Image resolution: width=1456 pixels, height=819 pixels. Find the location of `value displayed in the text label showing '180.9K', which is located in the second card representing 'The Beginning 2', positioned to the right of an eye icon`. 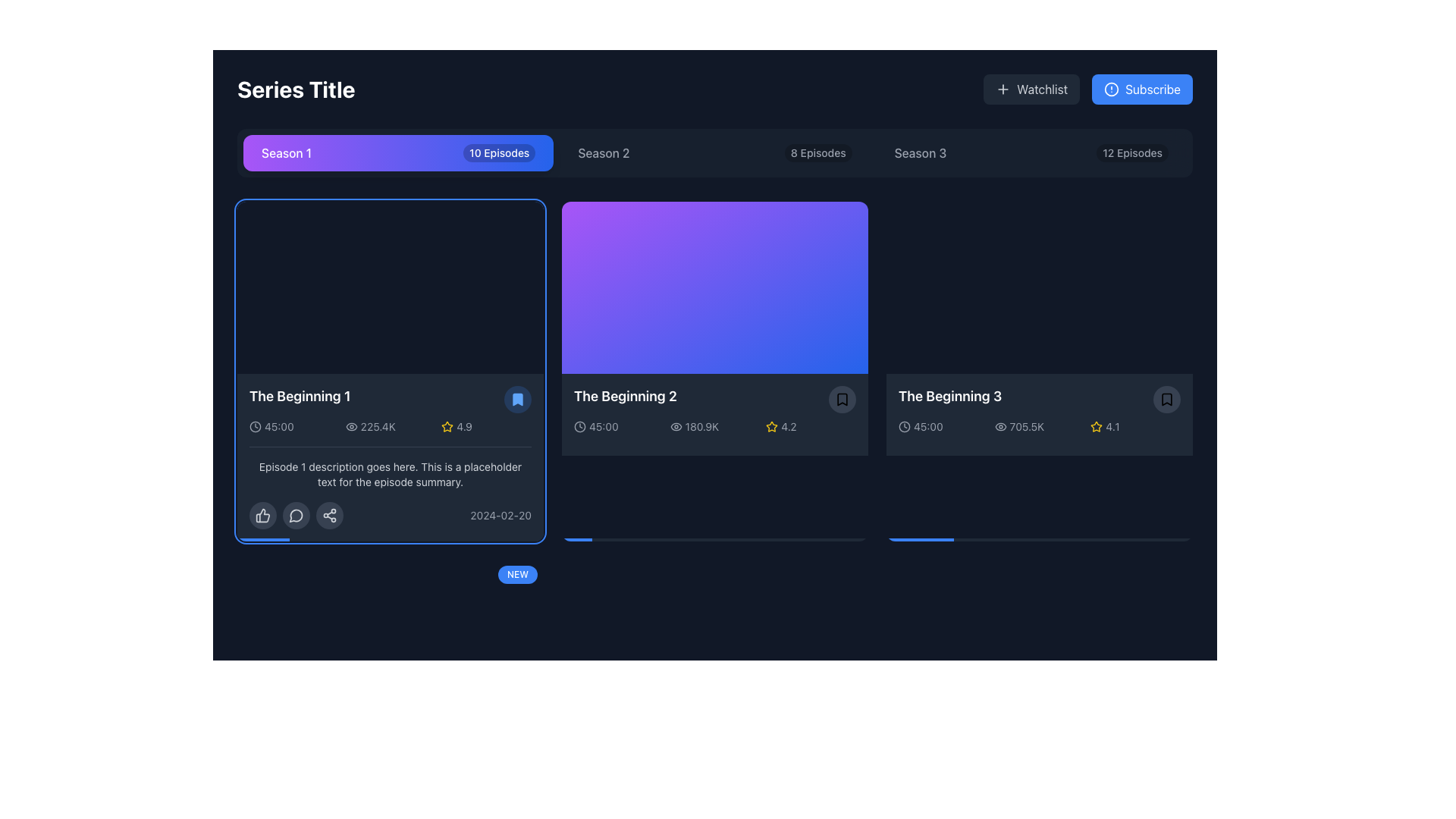

value displayed in the text label showing '180.9K', which is located in the second card representing 'The Beginning 2', positioned to the right of an eye icon is located at coordinates (701, 427).